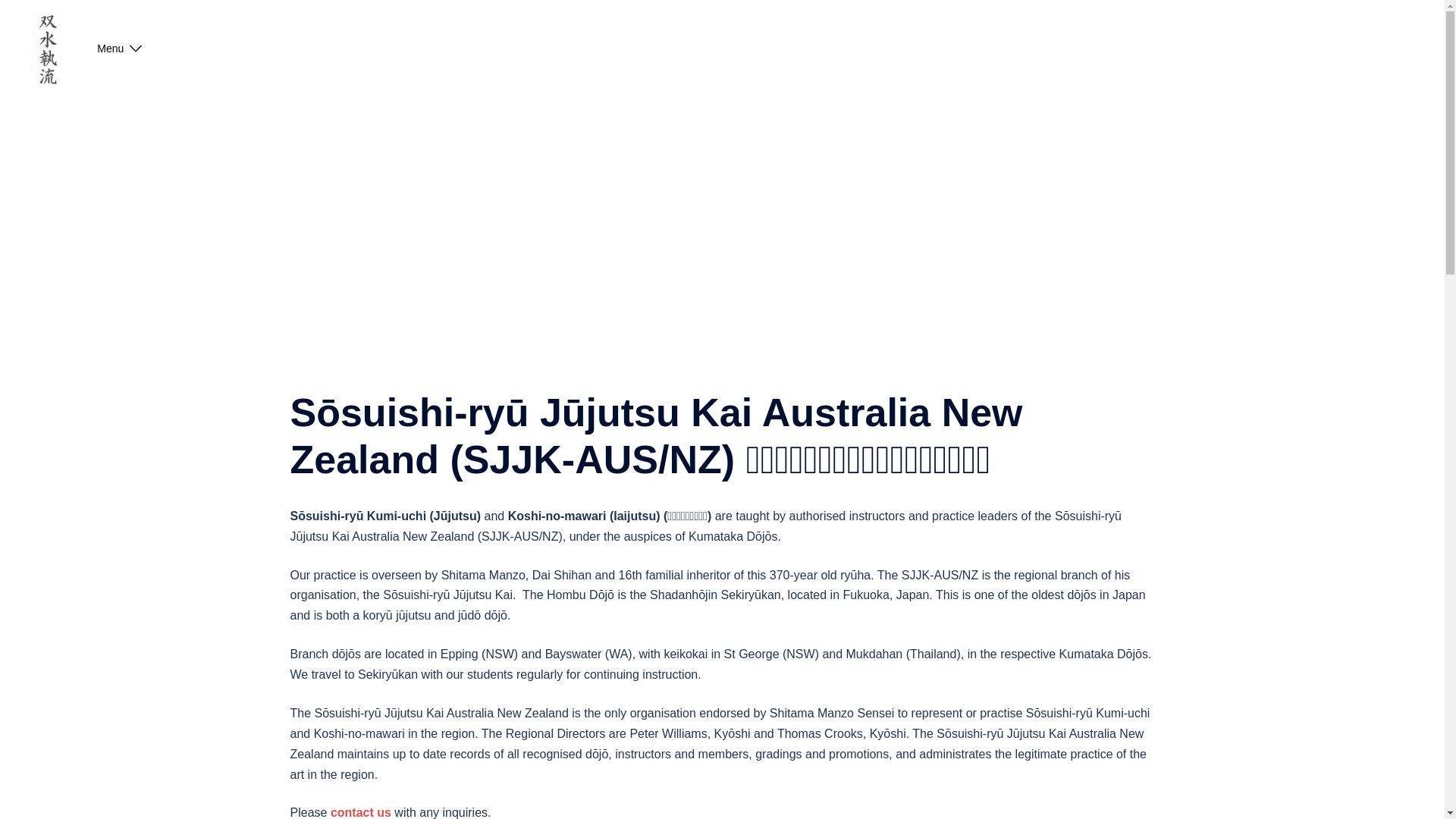  I want to click on 'Menu', so click(109, 49).